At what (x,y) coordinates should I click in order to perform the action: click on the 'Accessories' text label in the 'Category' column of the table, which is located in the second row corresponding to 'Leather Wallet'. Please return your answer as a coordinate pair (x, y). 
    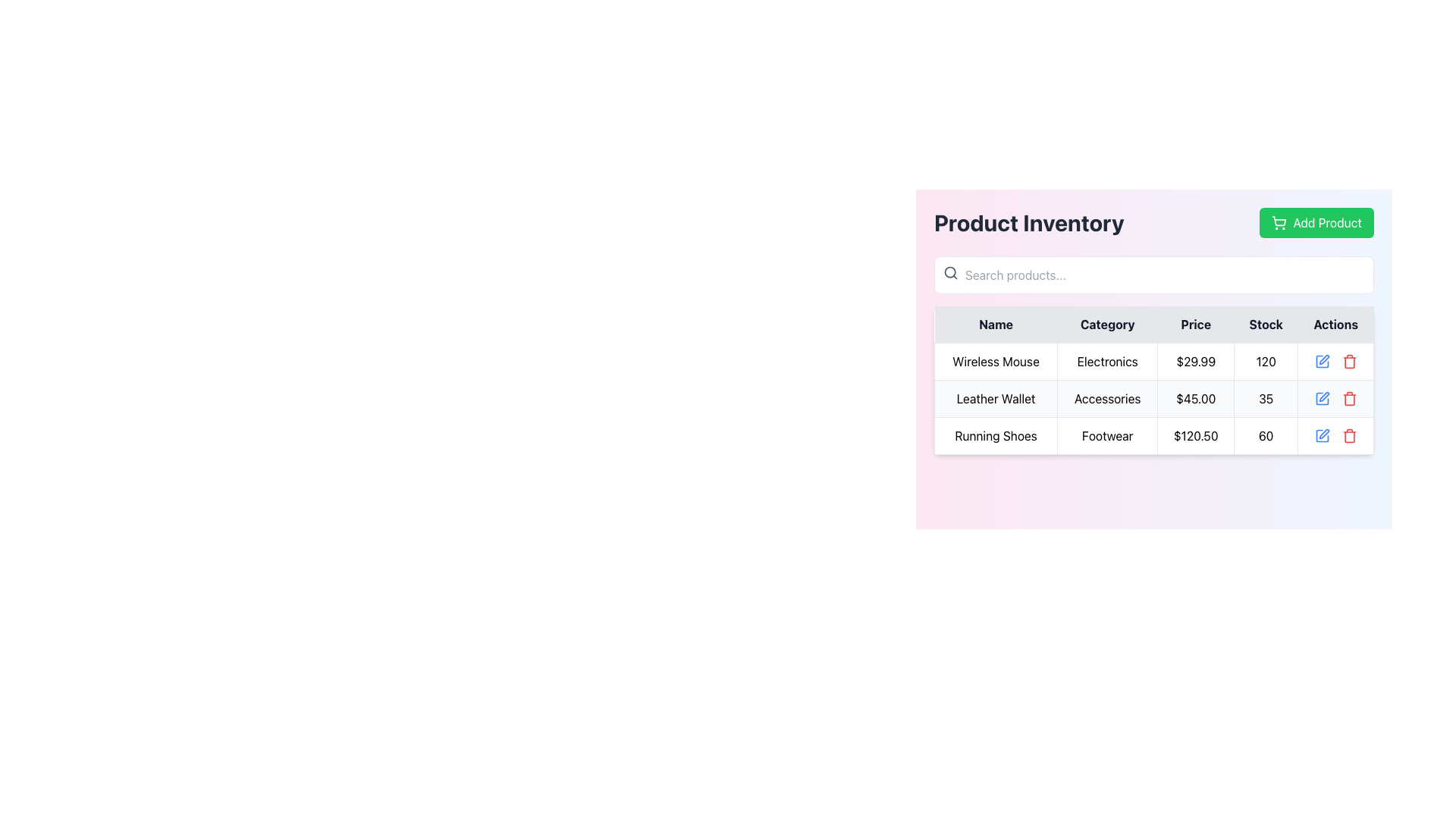
    Looking at the image, I should click on (1107, 397).